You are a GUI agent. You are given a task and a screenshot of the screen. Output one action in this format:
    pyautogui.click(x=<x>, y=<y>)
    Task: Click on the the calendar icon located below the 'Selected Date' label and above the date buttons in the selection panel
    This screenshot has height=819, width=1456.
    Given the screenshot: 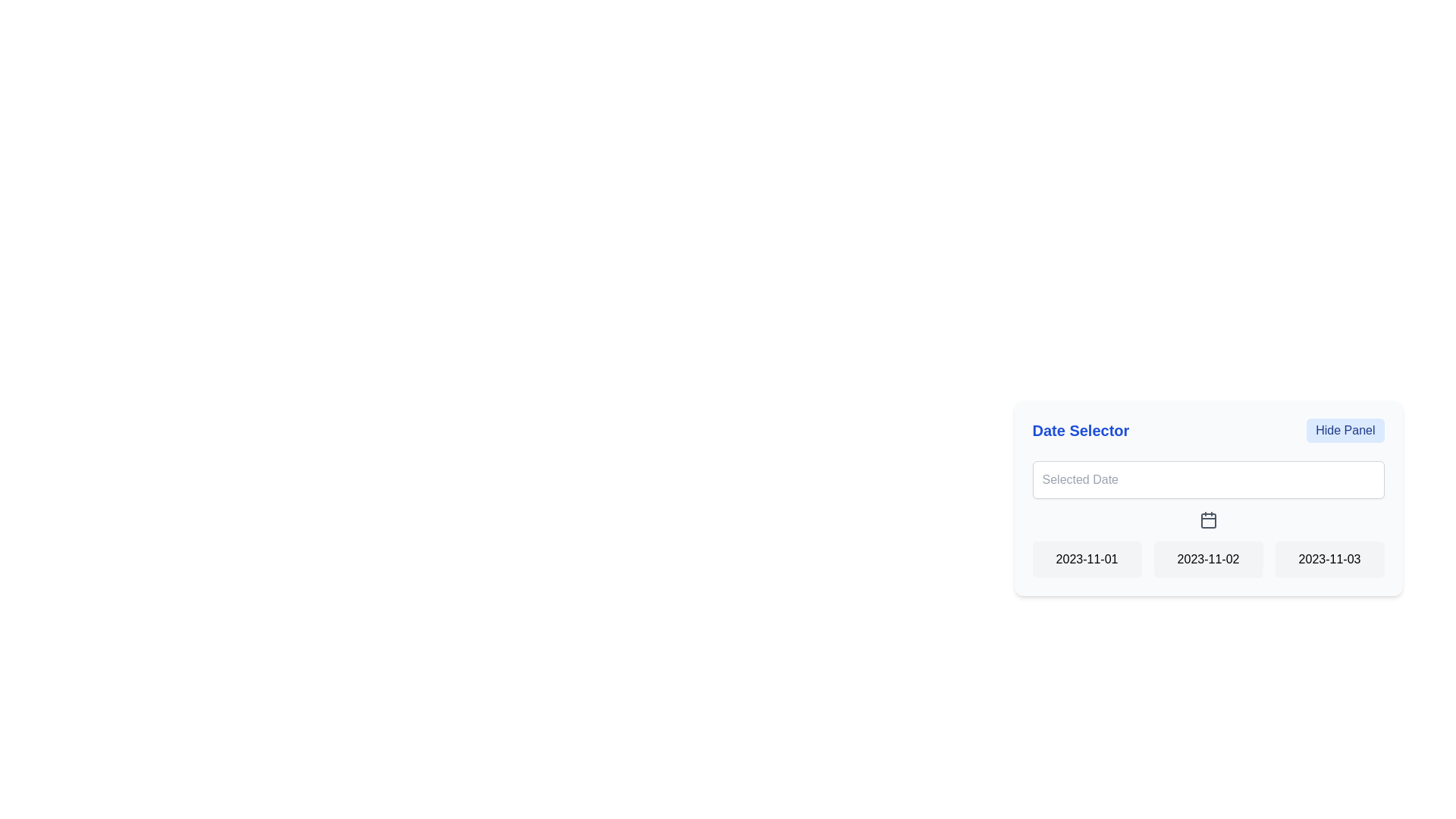 What is the action you would take?
    pyautogui.click(x=1207, y=519)
    